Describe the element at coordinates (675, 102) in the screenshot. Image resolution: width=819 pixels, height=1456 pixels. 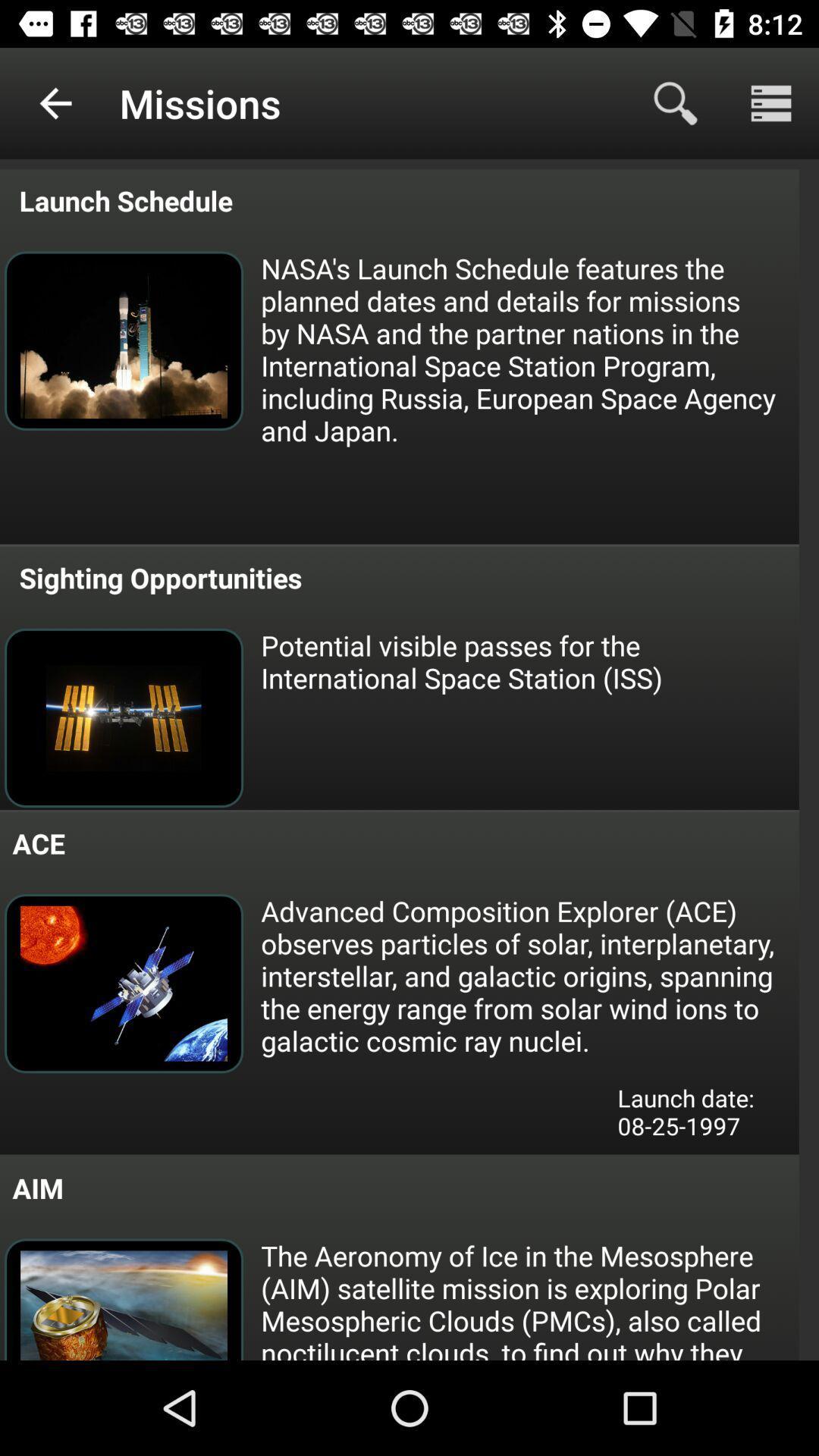
I see `the icon next to missions` at that location.